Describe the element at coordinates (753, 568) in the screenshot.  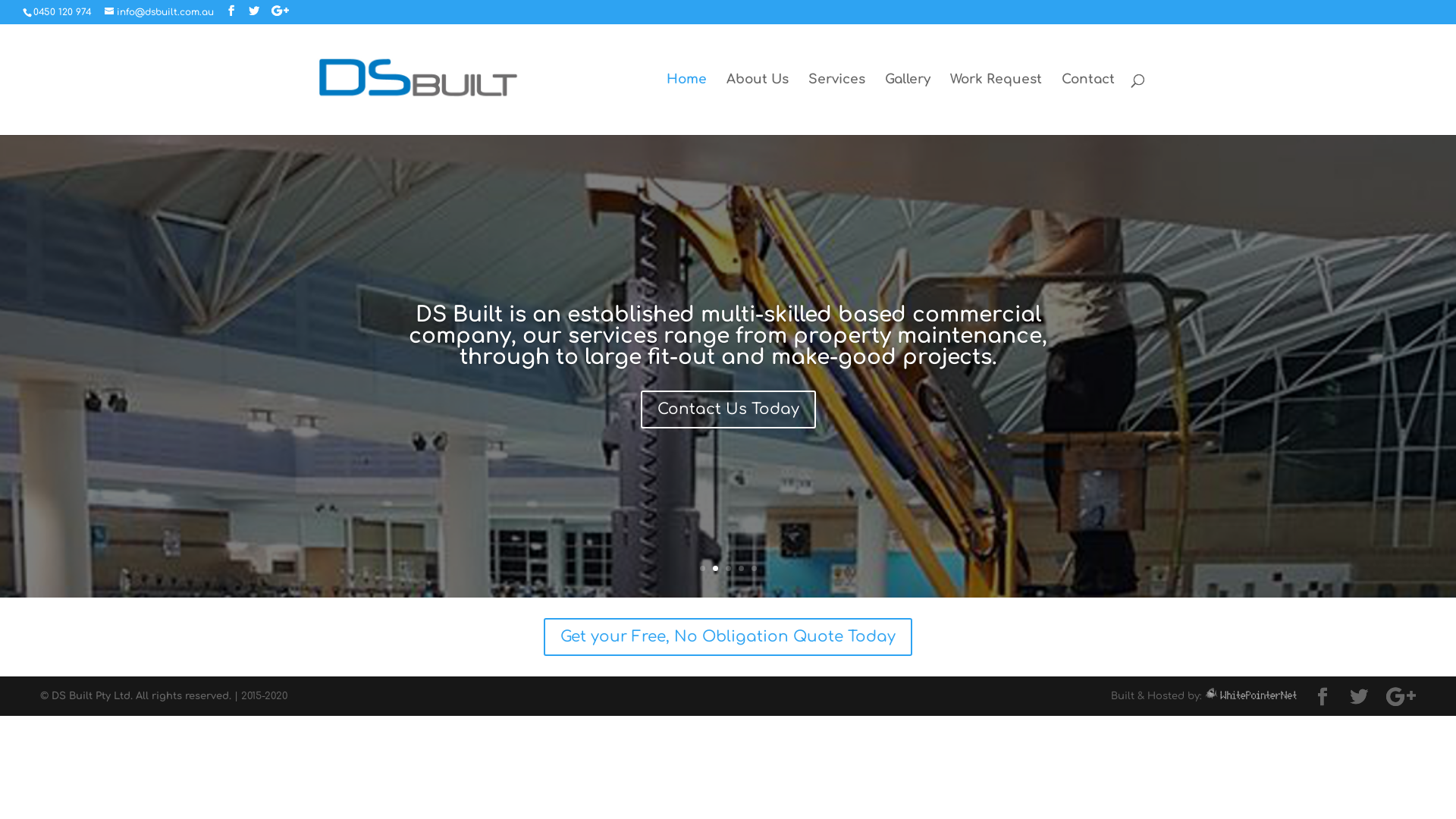
I see `'5'` at that location.